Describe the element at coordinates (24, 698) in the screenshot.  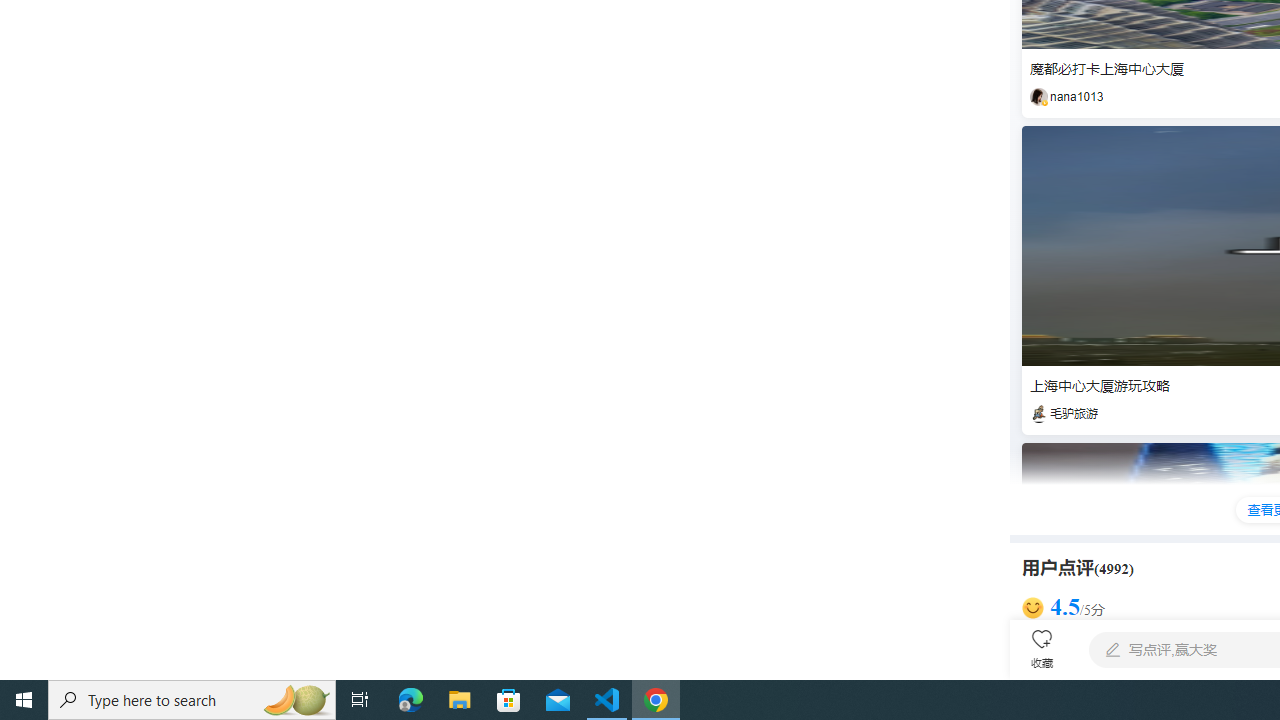
I see `'Start'` at that location.